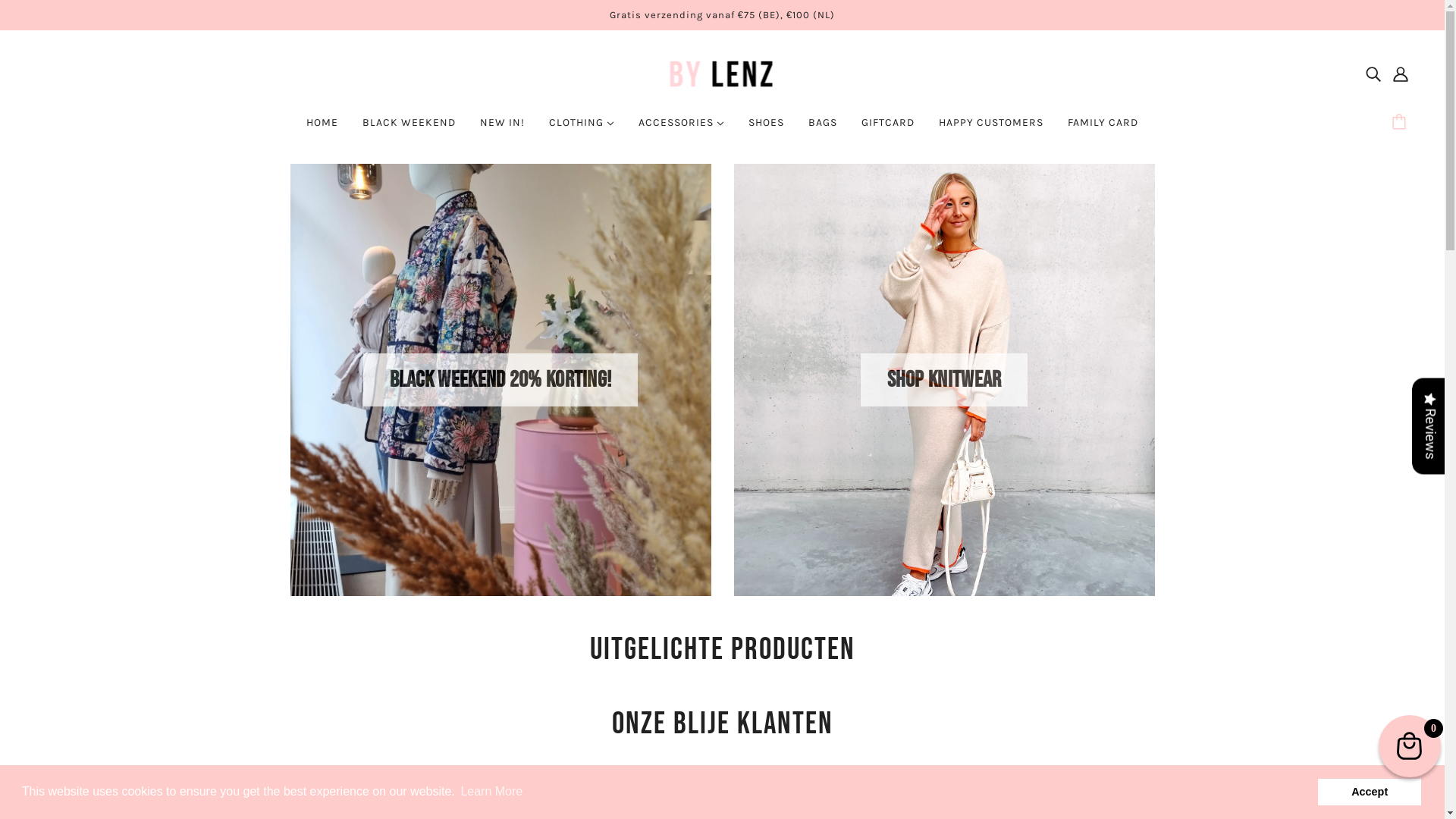  Describe the element at coordinates (500, 379) in the screenshot. I see `'BLACK WEEKEND 20% KORTING!'` at that location.